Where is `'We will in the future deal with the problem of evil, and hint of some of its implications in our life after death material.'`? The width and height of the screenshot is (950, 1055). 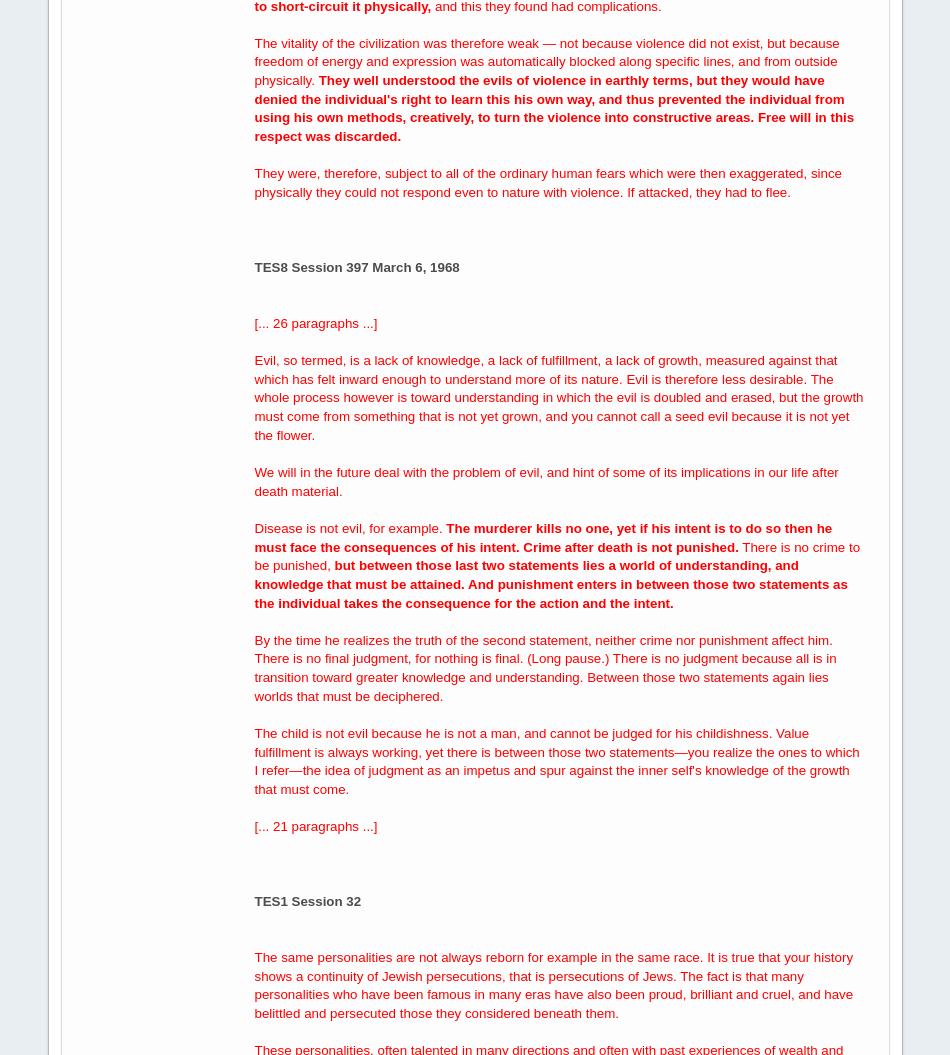 'We will in the future deal with the problem of evil, and hint of some of its implications in our life after death material.' is located at coordinates (253, 480).